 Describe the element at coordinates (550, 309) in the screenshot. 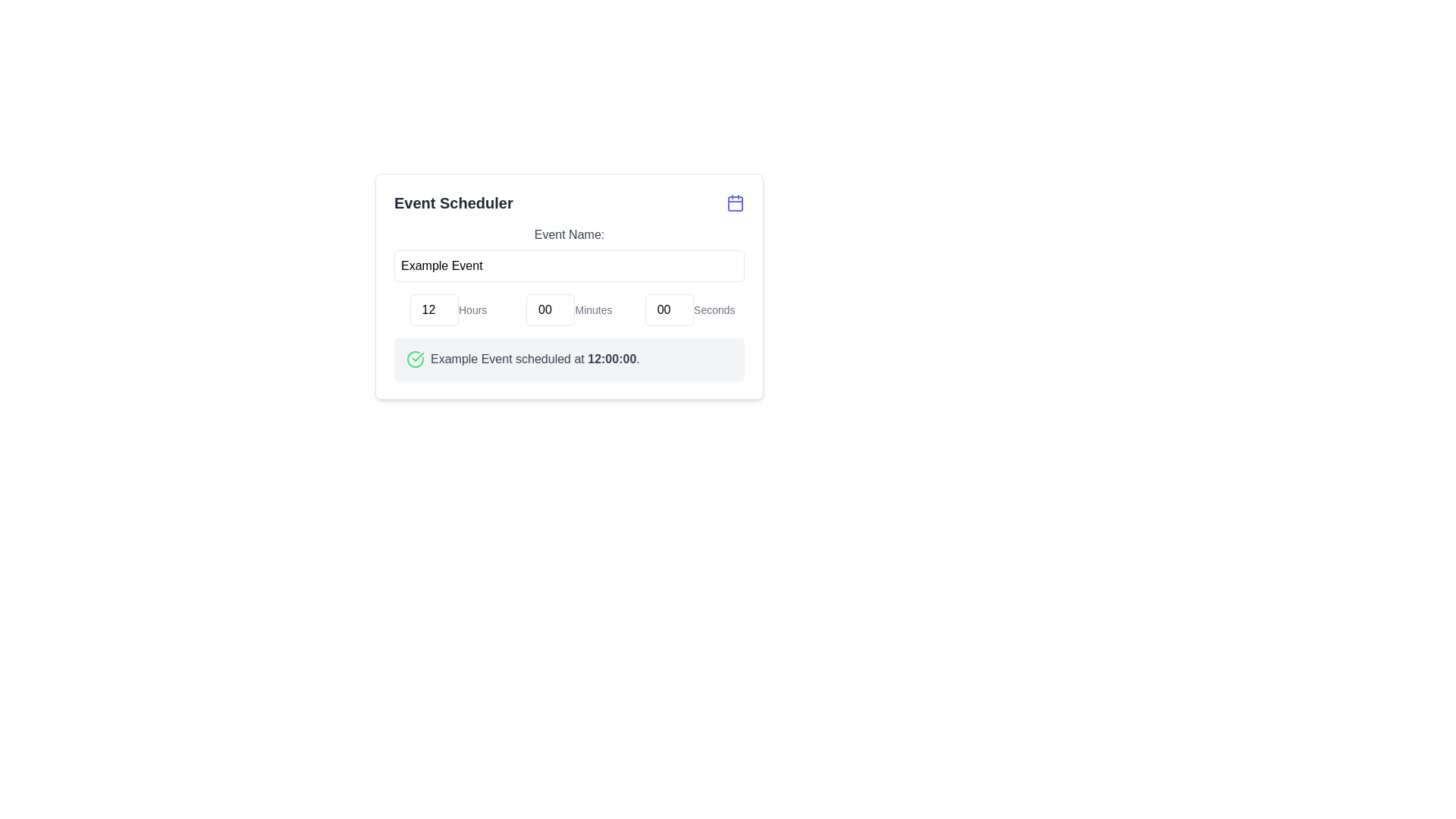

I see `the 'Minutes' number input field in the time-setting interface` at that location.